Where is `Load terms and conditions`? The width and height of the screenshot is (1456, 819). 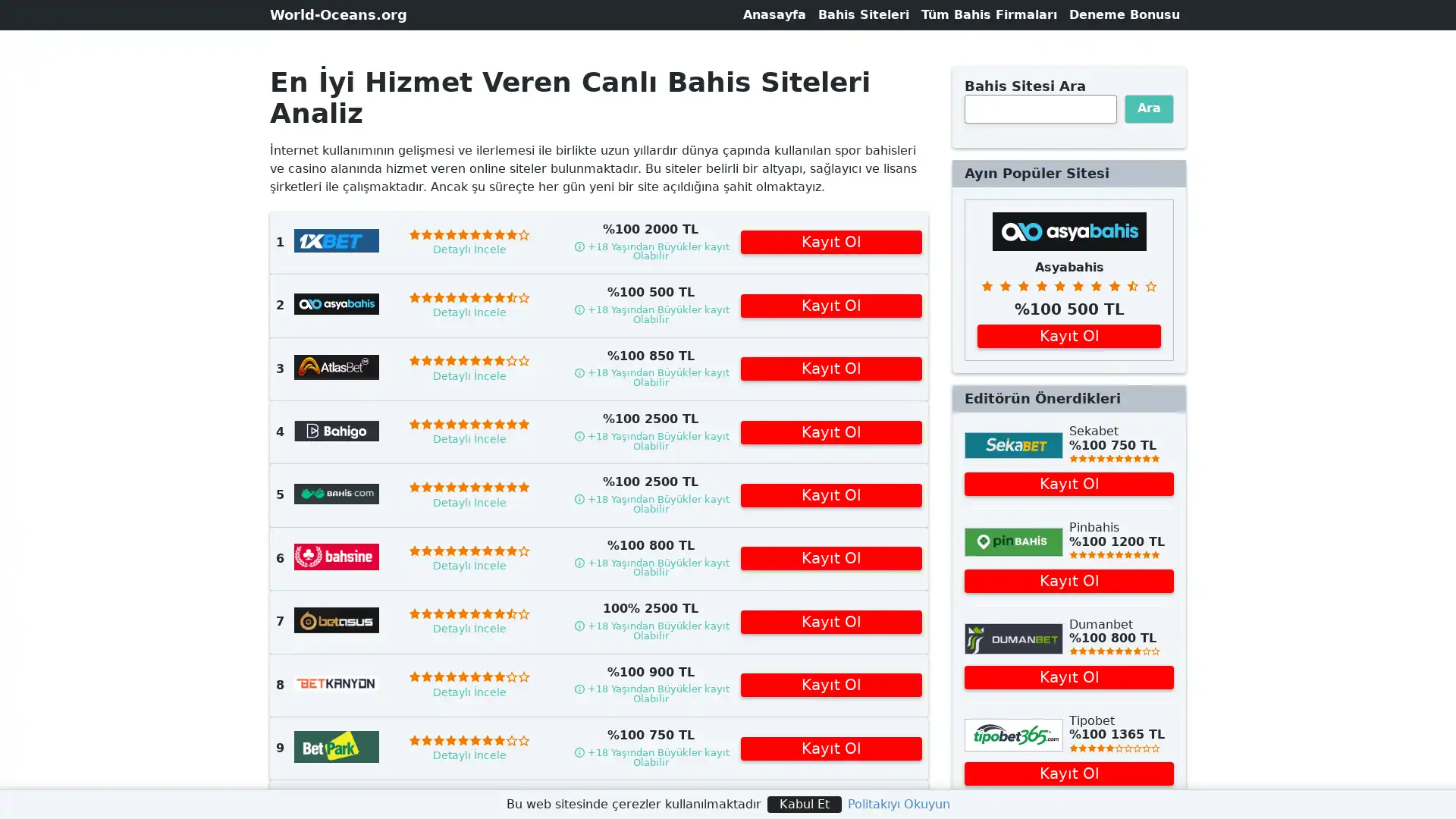
Load terms and conditions is located at coordinates (650, 693).